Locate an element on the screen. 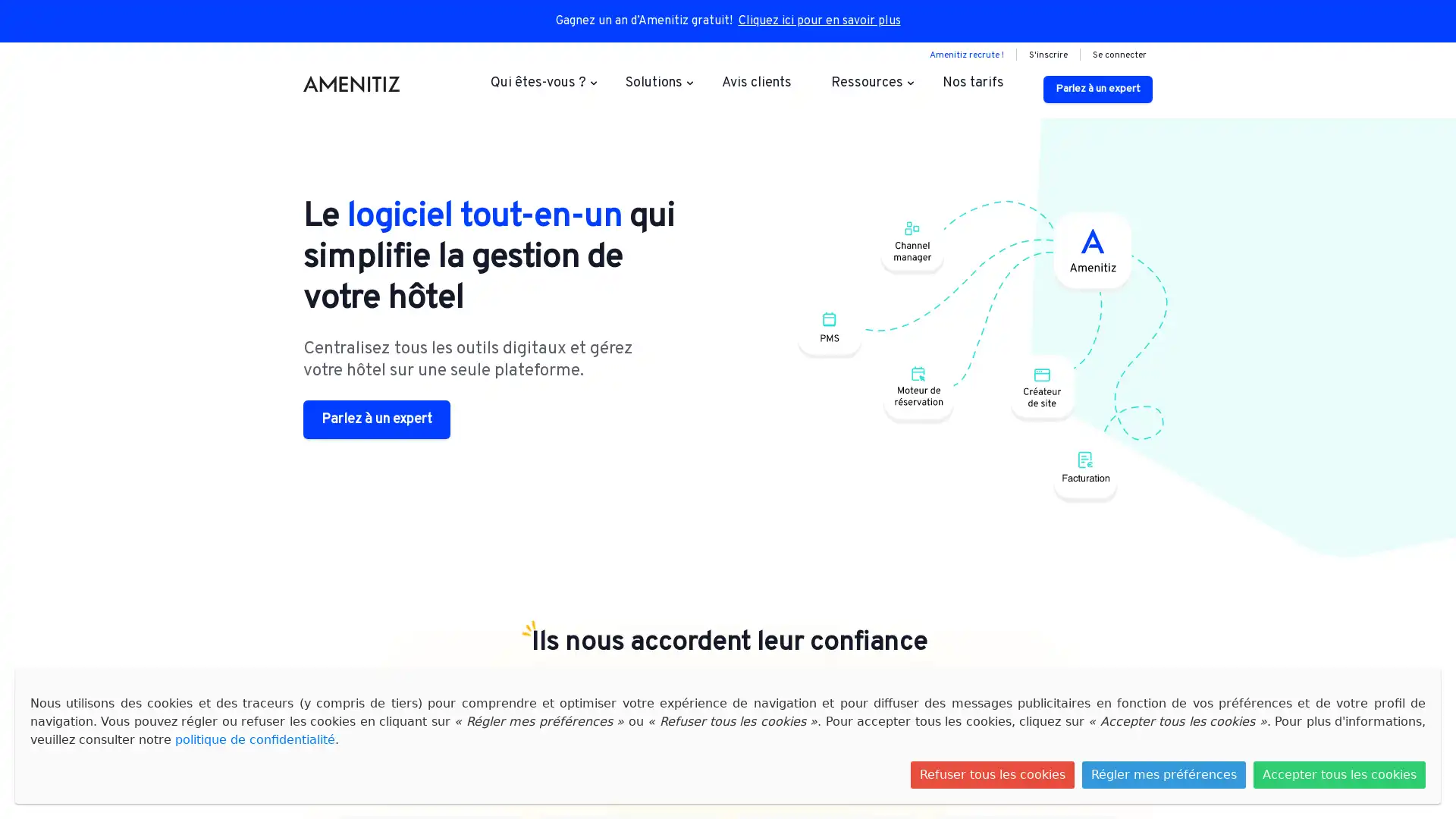 Image resolution: width=1456 pixels, height=819 pixels. Accepter tous les cookies is located at coordinates (1339, 775).